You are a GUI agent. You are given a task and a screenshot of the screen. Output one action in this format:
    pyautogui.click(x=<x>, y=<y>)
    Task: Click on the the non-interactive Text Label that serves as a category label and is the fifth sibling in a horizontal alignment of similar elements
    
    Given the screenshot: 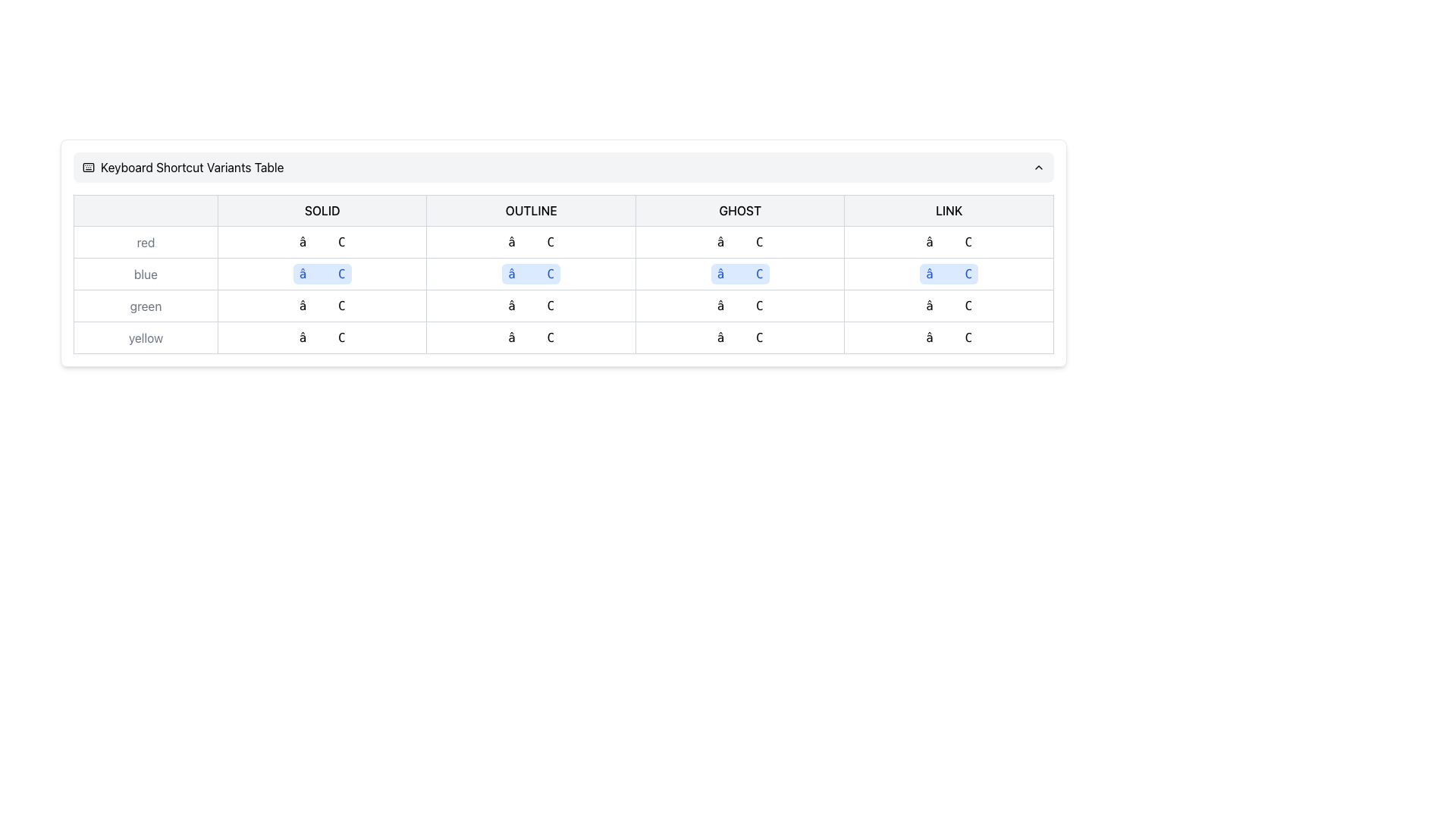 What is the action you would take?
    pyautogui.click(x=948, y=210)
    